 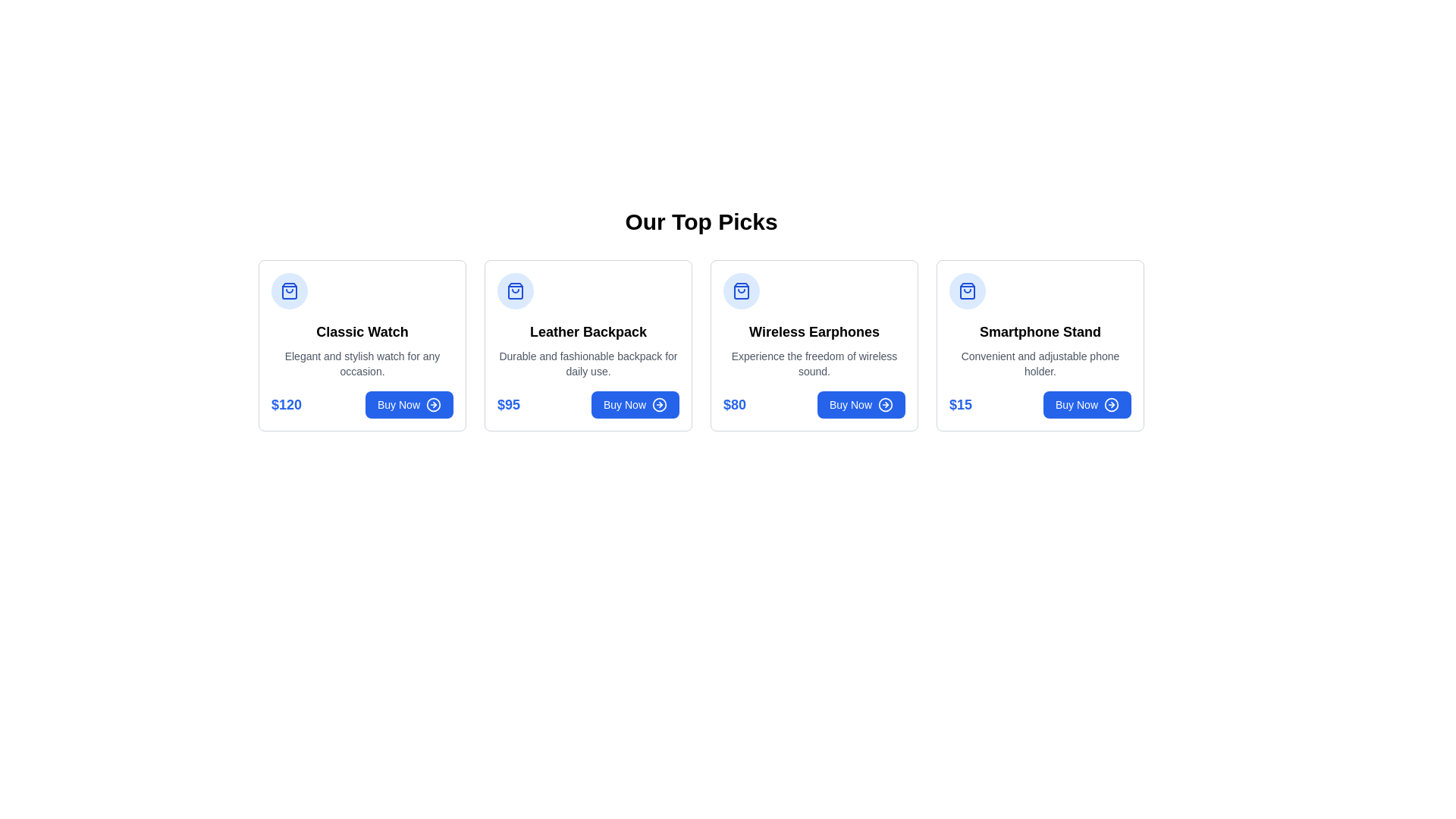 I want to click on the static text displaying the price of 'Wireless Earphones', which is positioned to the left of the 'Buy Now' button, so click(x=735, y=403).